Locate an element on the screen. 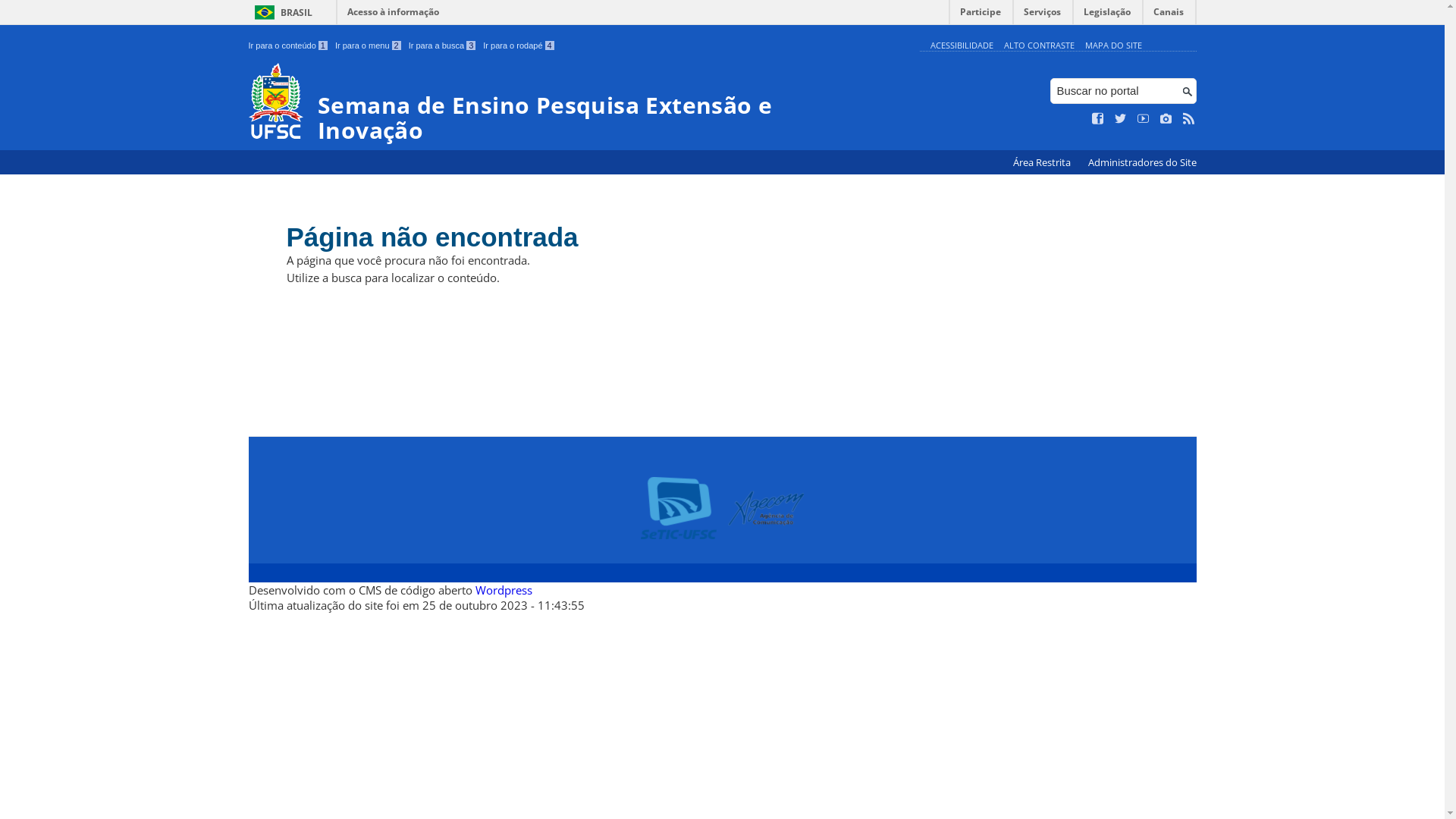 The height and width of the screenshot is (819, 1456). 'Veja no Instagram' is located at coordinates (1165, 118).